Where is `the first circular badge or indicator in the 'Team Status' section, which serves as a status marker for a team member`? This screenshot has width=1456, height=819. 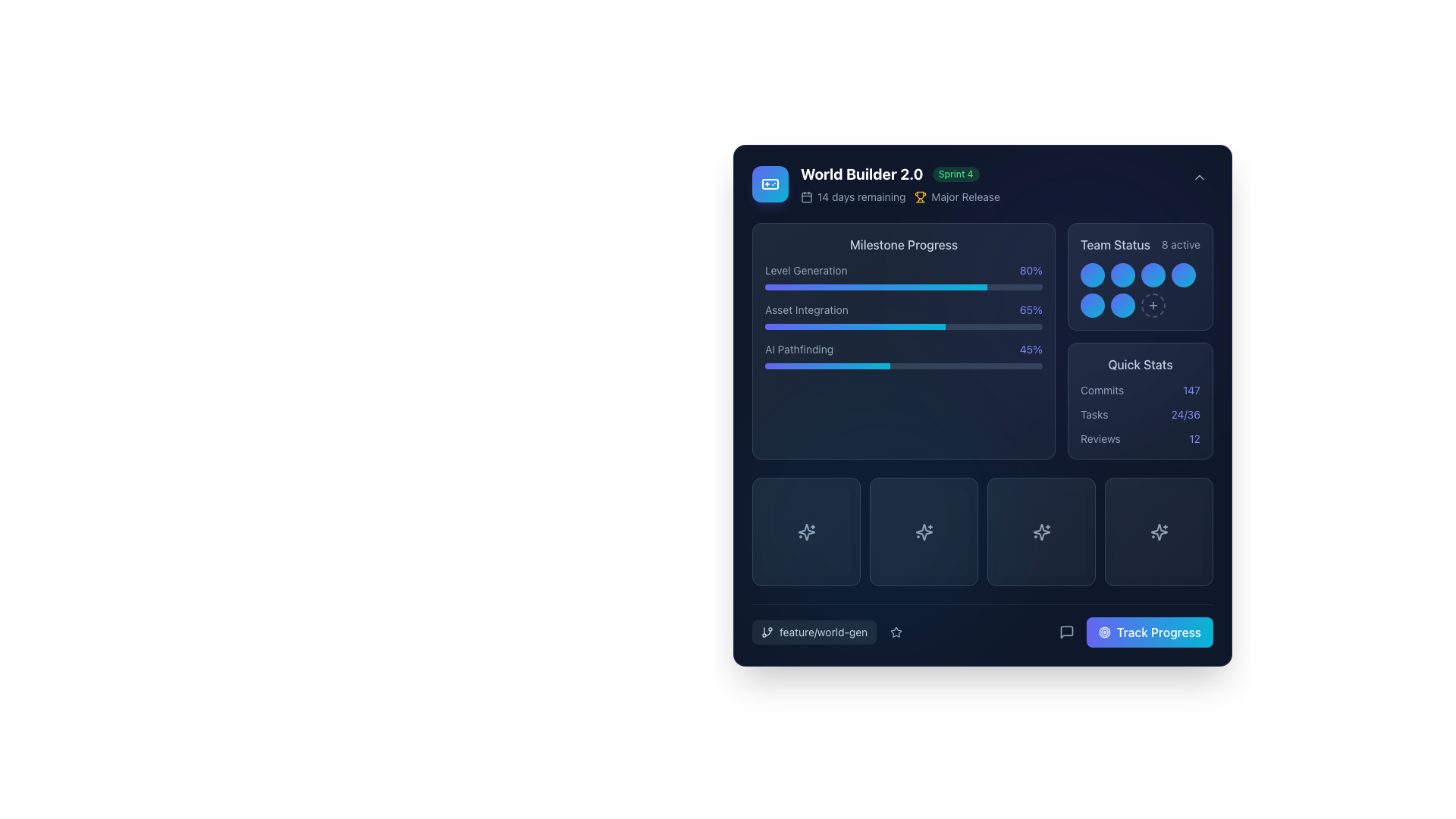 the first circular badge or indicator in the 'Team Status' section, which serves as a status marker for a team member is located at coordinates (1092, 275).